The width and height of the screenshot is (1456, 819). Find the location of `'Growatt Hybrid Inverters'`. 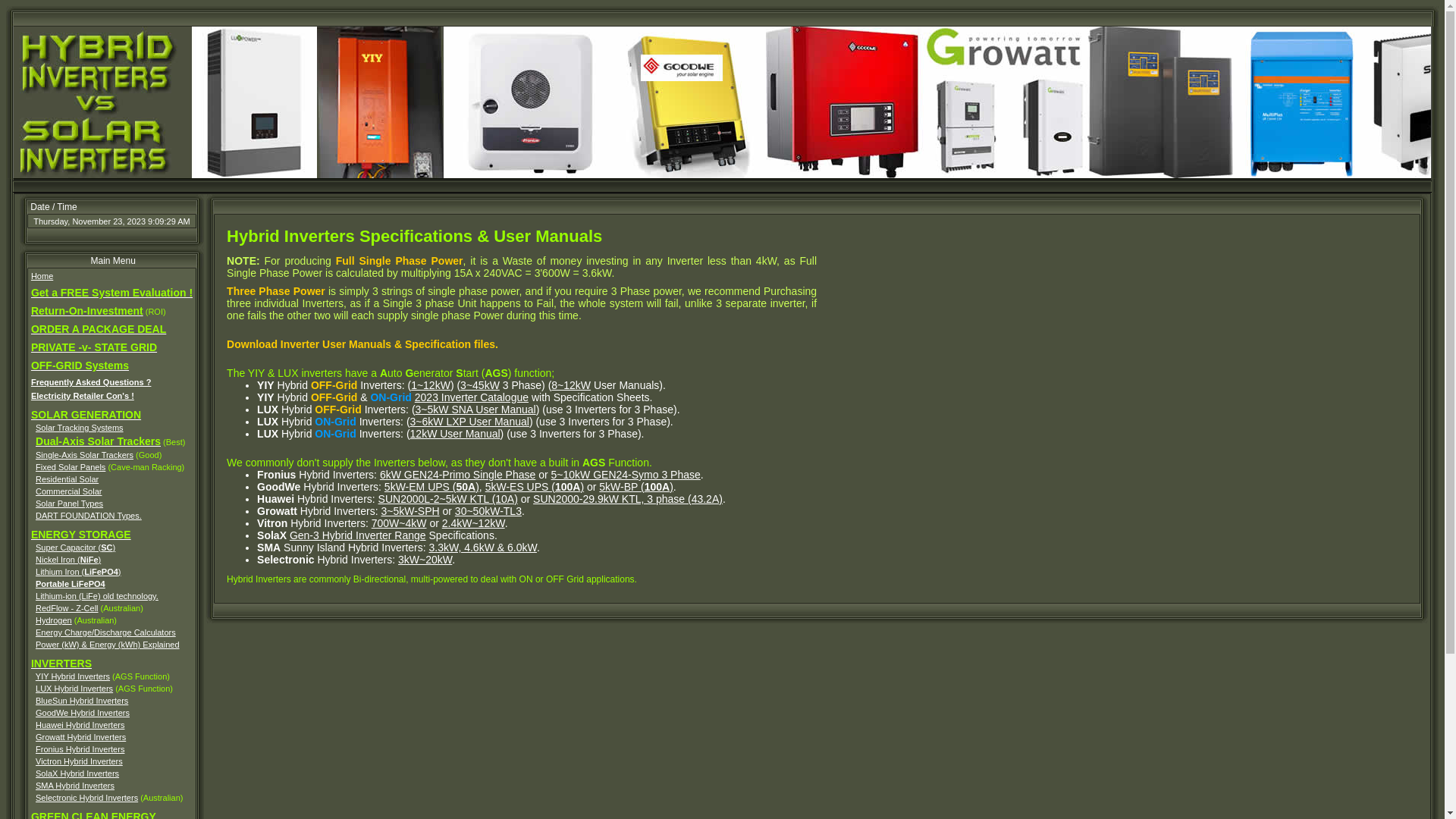

'Growatt Hybrid Inverters' is located at coordinates (80, 736).